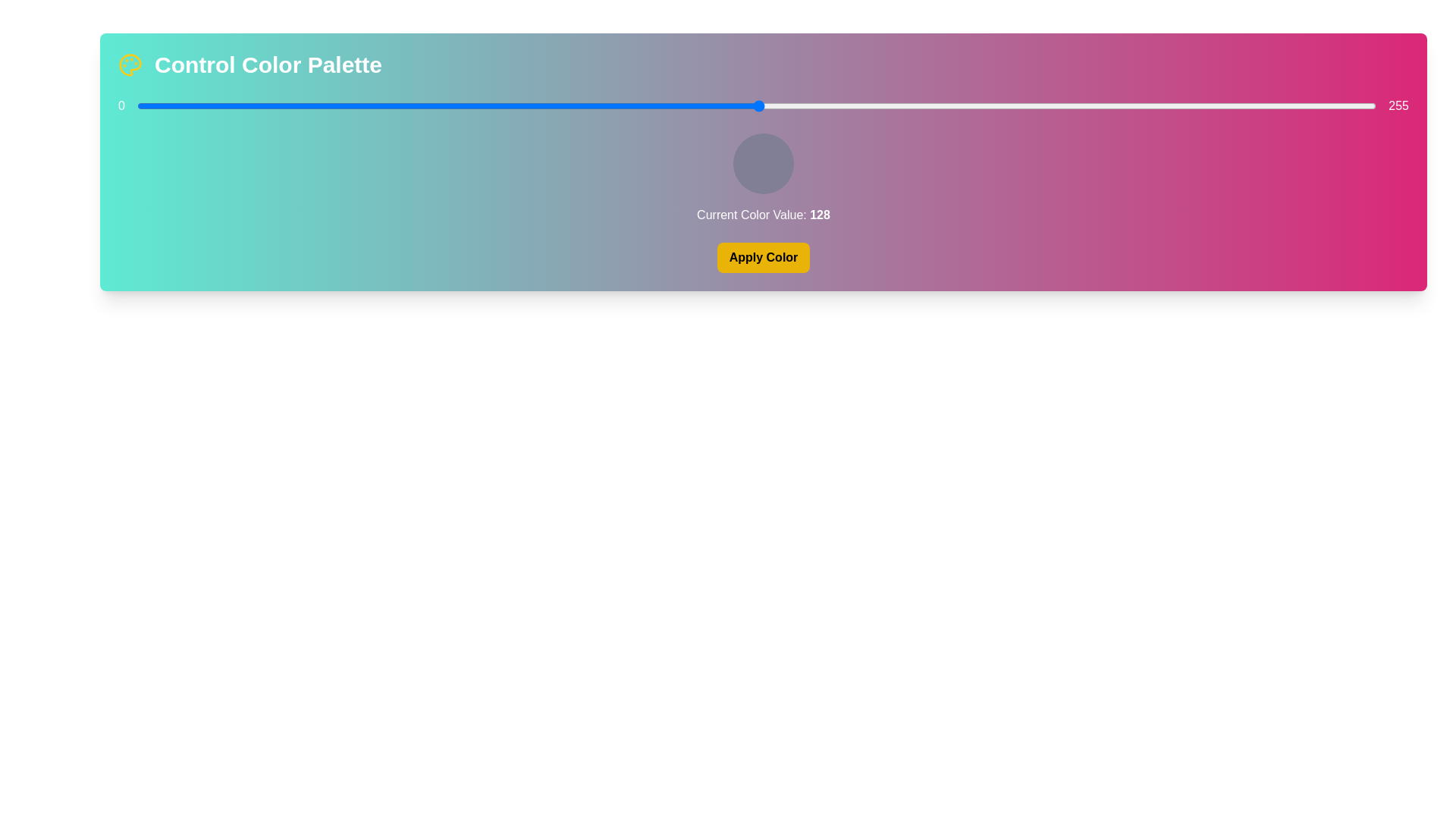  Describe the element at coordinates (807, 105) in the screenshot. I see `the color slider to set the color value to 138` at that location.